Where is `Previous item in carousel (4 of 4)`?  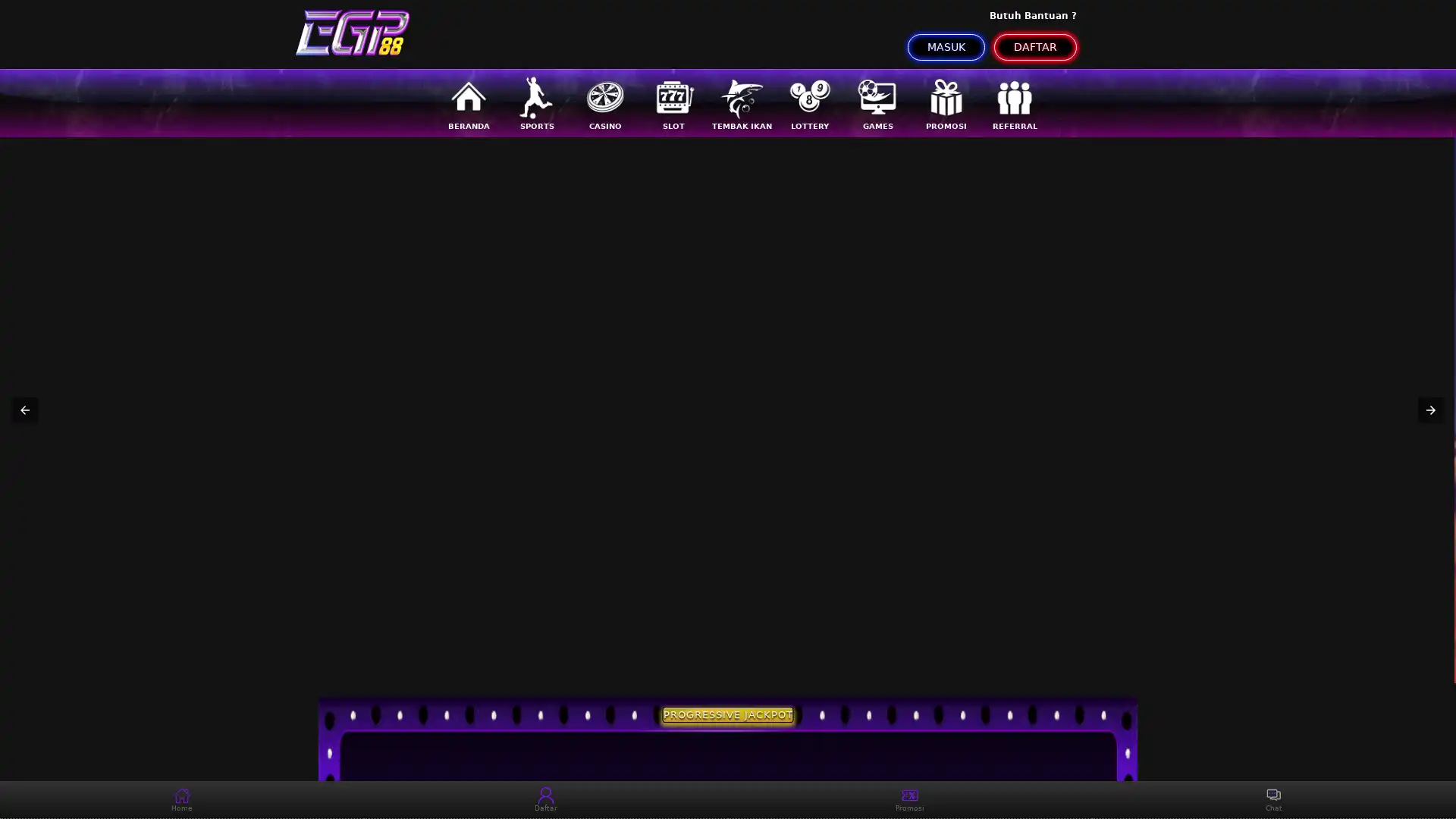 Previous item in carousel (4 of 4) is located at coordinates (25, 409).